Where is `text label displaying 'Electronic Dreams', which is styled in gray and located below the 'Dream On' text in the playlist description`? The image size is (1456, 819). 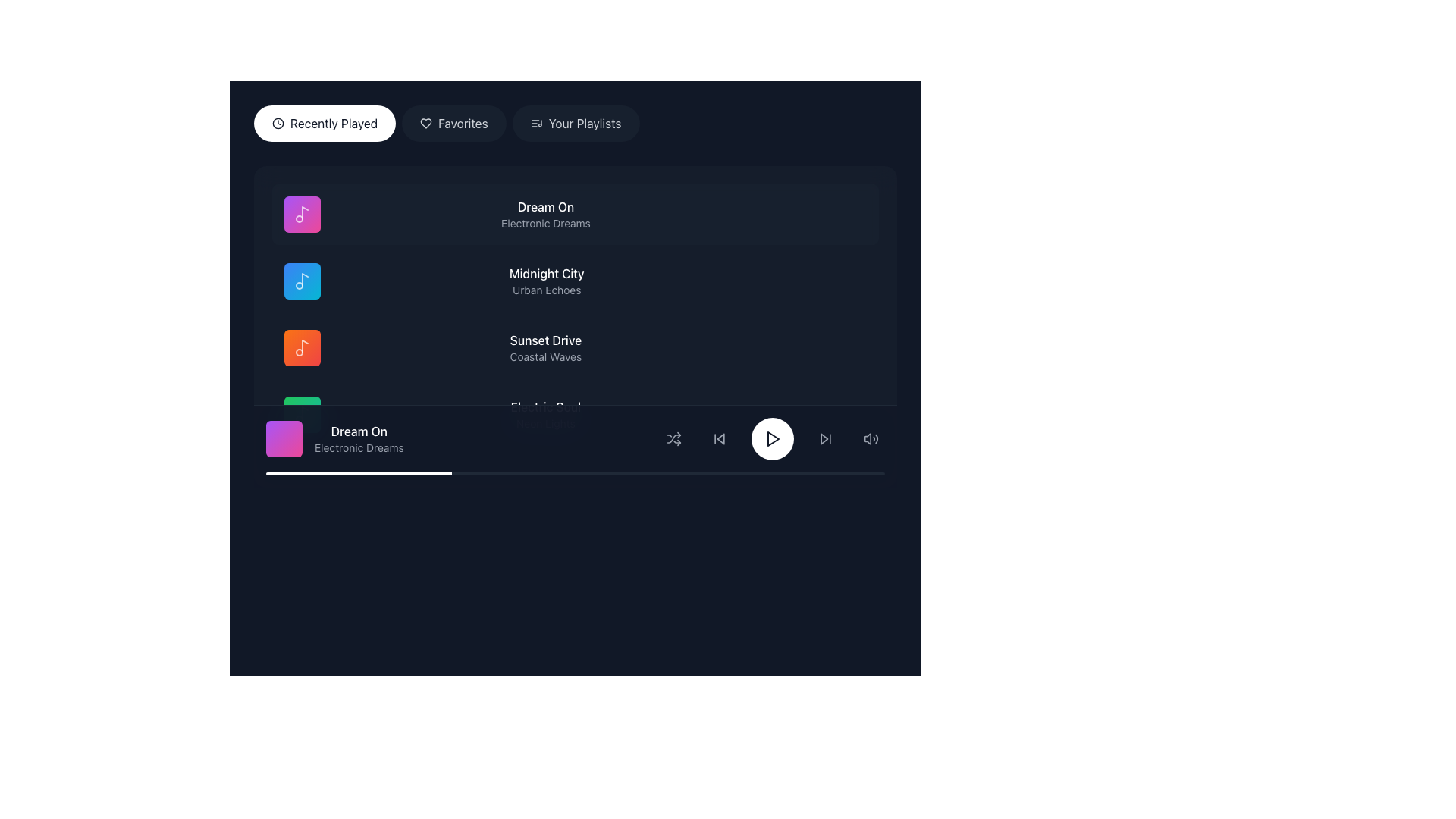
text label displaying 'Electronic Dreams', which is styled in gray and located below the 'Dream On' text in the playlist description is located at coordinates (358, 447).